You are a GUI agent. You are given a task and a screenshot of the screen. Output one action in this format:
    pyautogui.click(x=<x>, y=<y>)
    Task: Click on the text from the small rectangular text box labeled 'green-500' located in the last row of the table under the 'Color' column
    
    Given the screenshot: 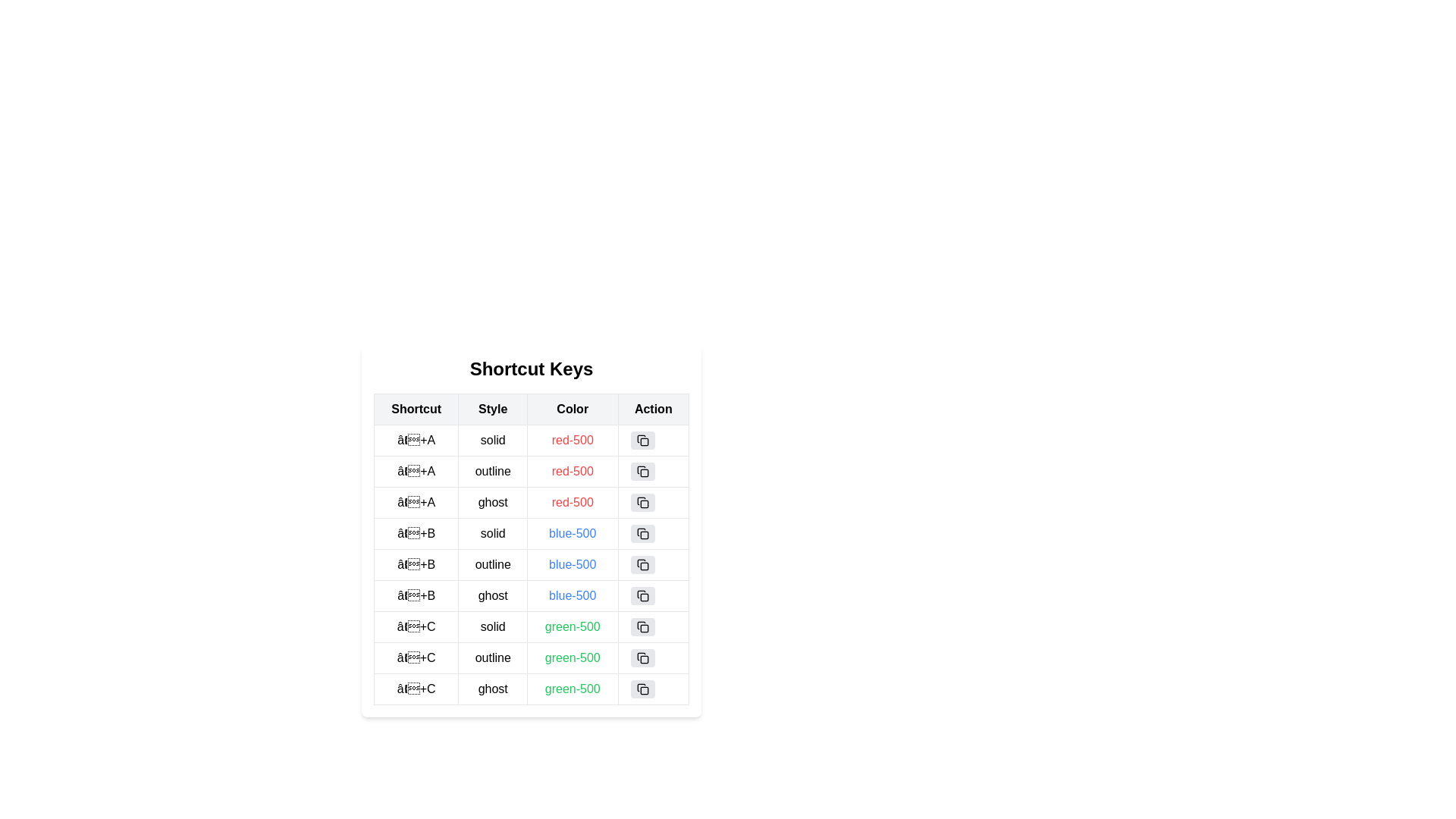 What is the action you would take?
    pyautogui.click(x=572, y=689)
    